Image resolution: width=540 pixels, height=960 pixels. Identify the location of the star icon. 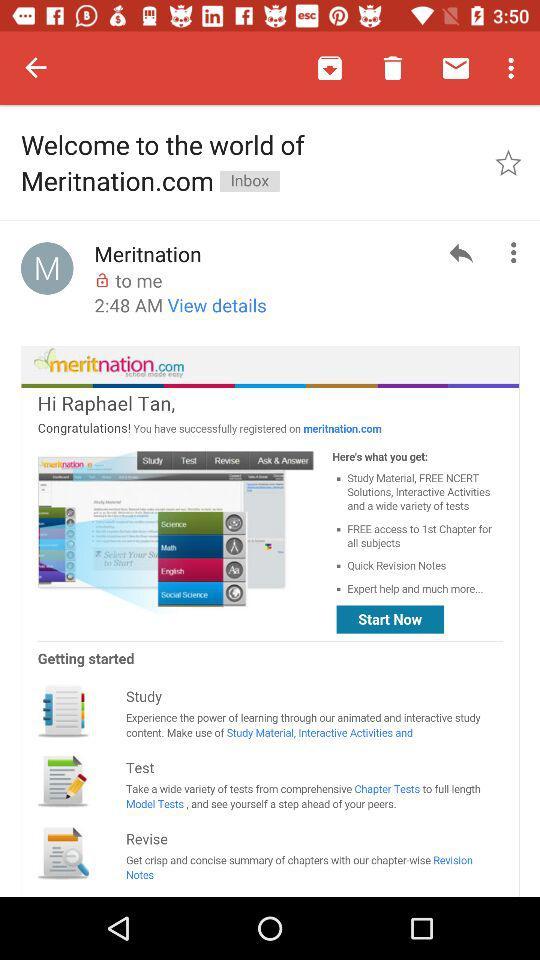
(508, 161).